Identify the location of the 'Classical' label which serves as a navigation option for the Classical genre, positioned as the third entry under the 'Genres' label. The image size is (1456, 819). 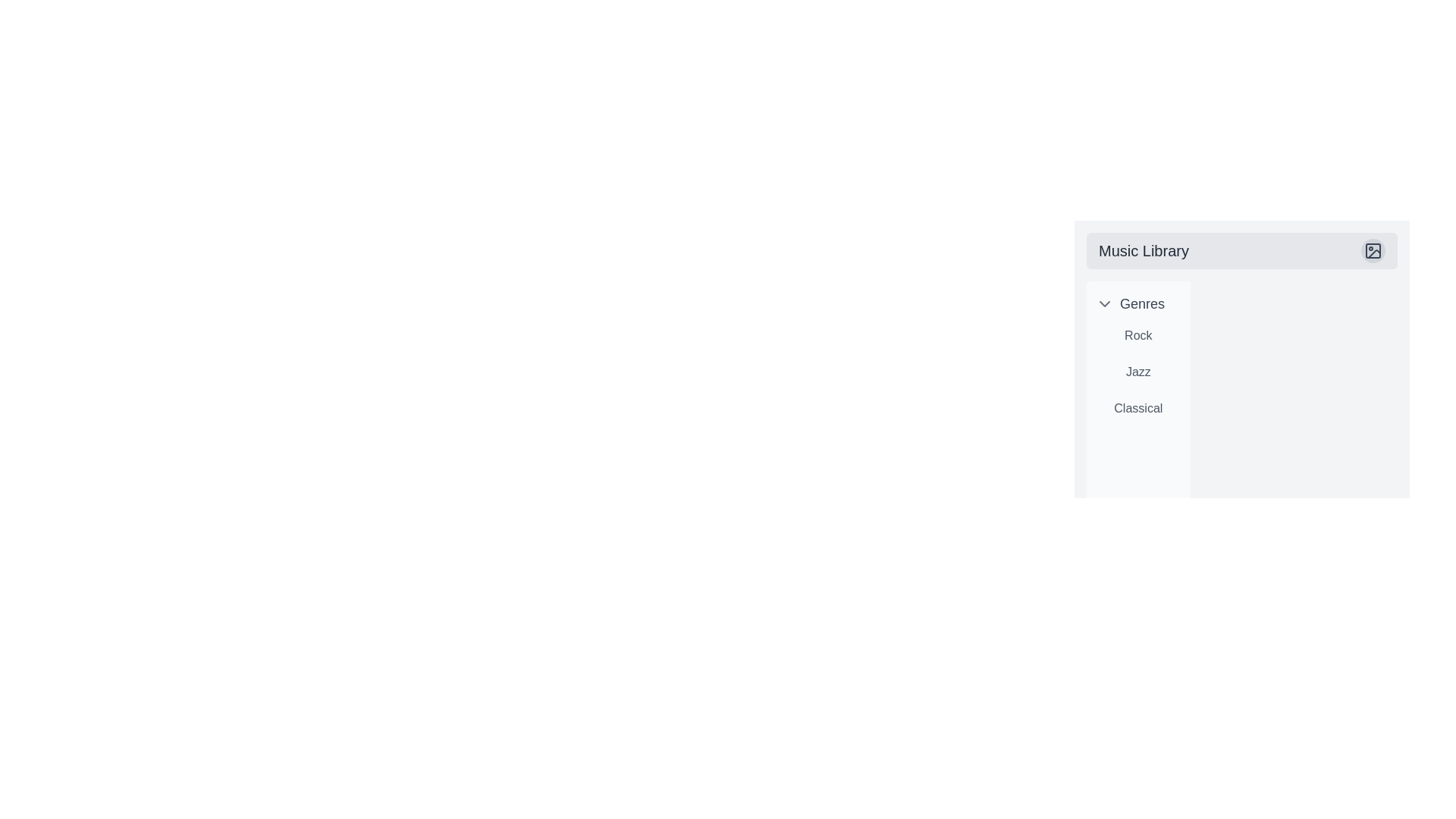
(1138, 408).